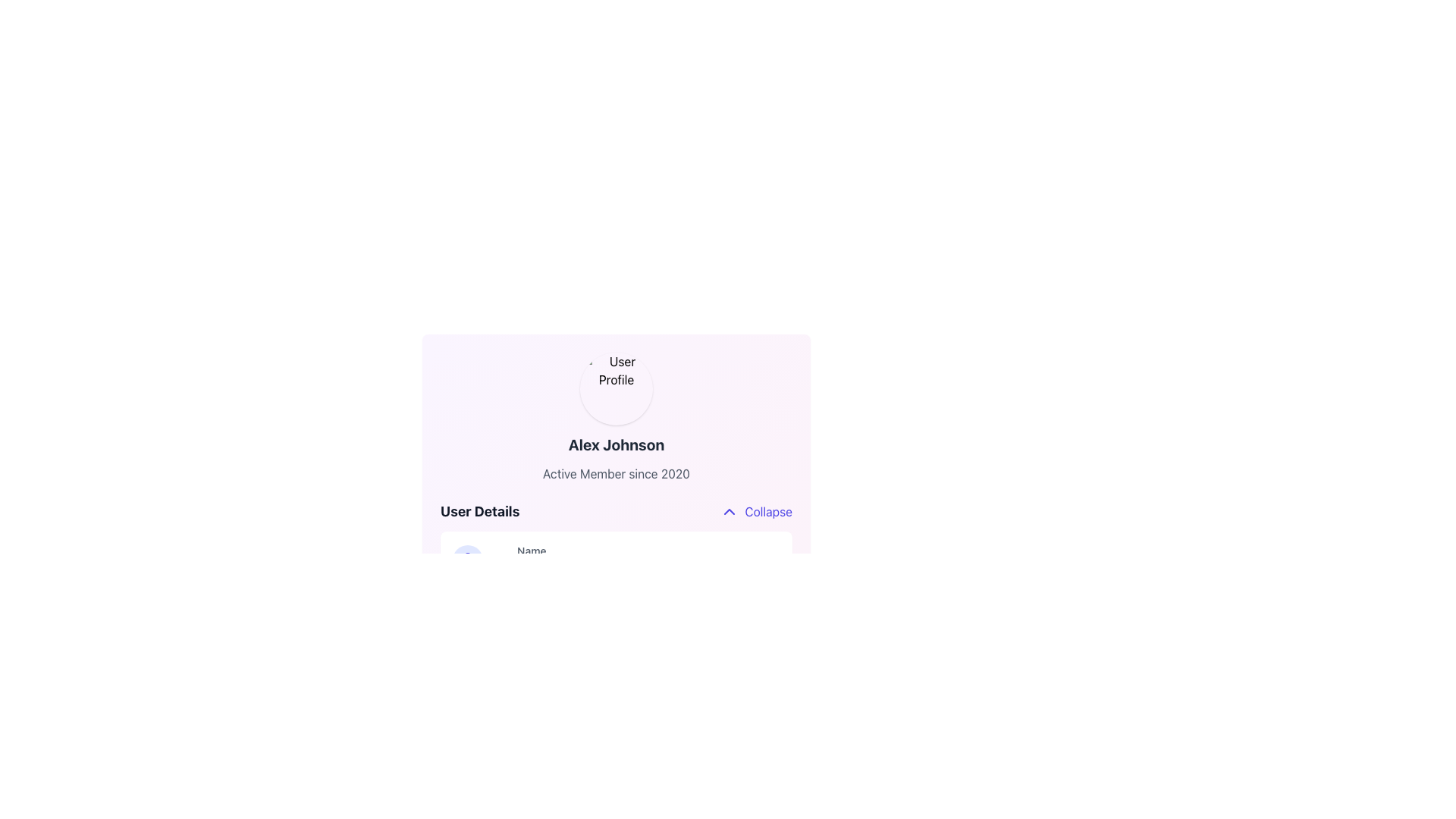  Describe the element at coordinates (756, 512) in the screenshot. I see `the interactive text link labeled 'Collapse' with an upward arrow icon, located in the top-right corner of the header section next to 'User Details'` at that location.